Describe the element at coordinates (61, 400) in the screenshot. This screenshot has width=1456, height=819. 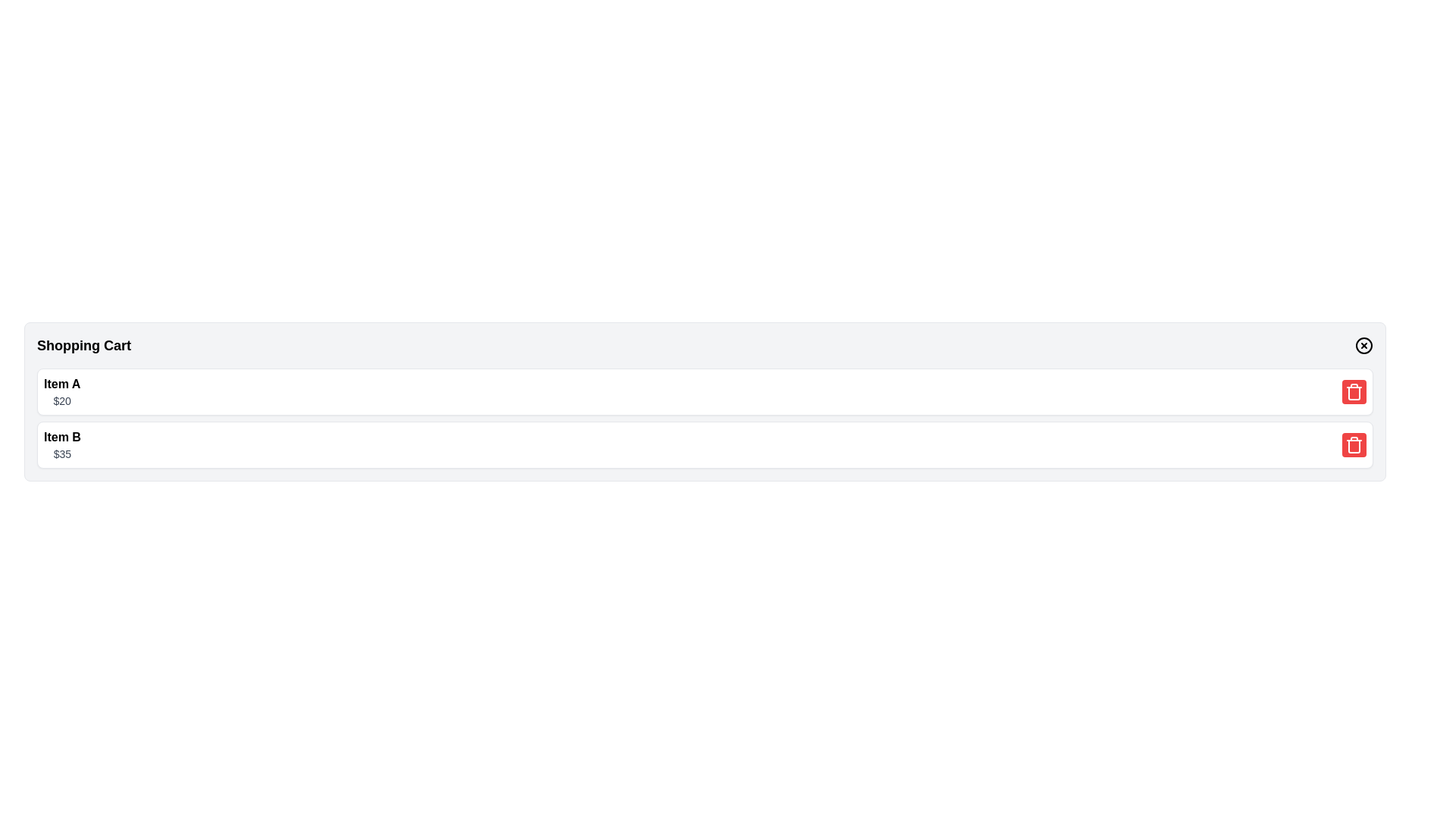
I see `text displayed in the price indicator label showing '$20', which is positioned below 'Item A' and to the left of the delete icon in the shopping cart` at that location.